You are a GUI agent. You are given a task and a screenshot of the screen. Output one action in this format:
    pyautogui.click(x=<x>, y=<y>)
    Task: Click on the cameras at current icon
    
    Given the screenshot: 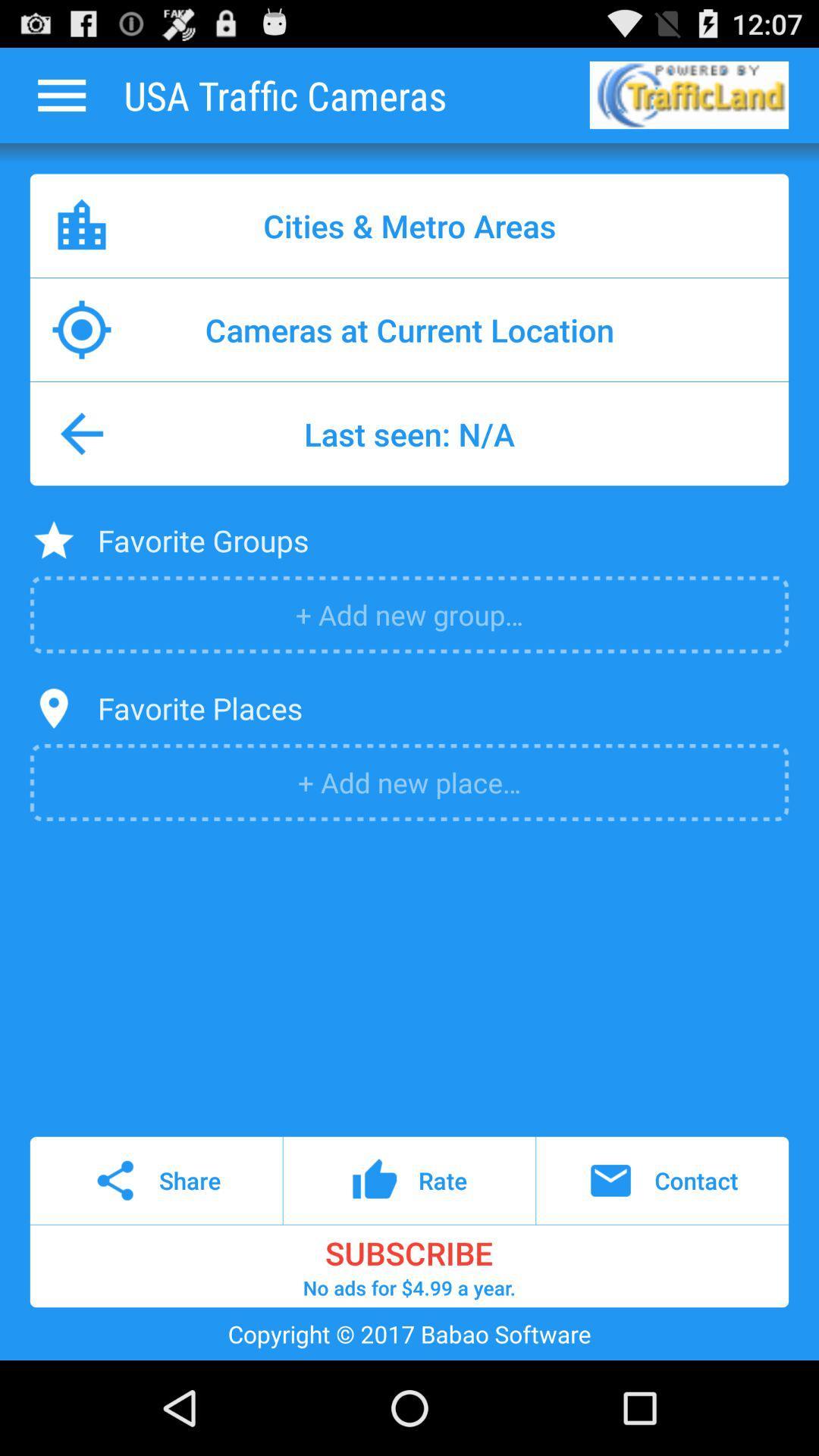 What is the action you would take?
    pyautogui.click(x=409, y=329)
    